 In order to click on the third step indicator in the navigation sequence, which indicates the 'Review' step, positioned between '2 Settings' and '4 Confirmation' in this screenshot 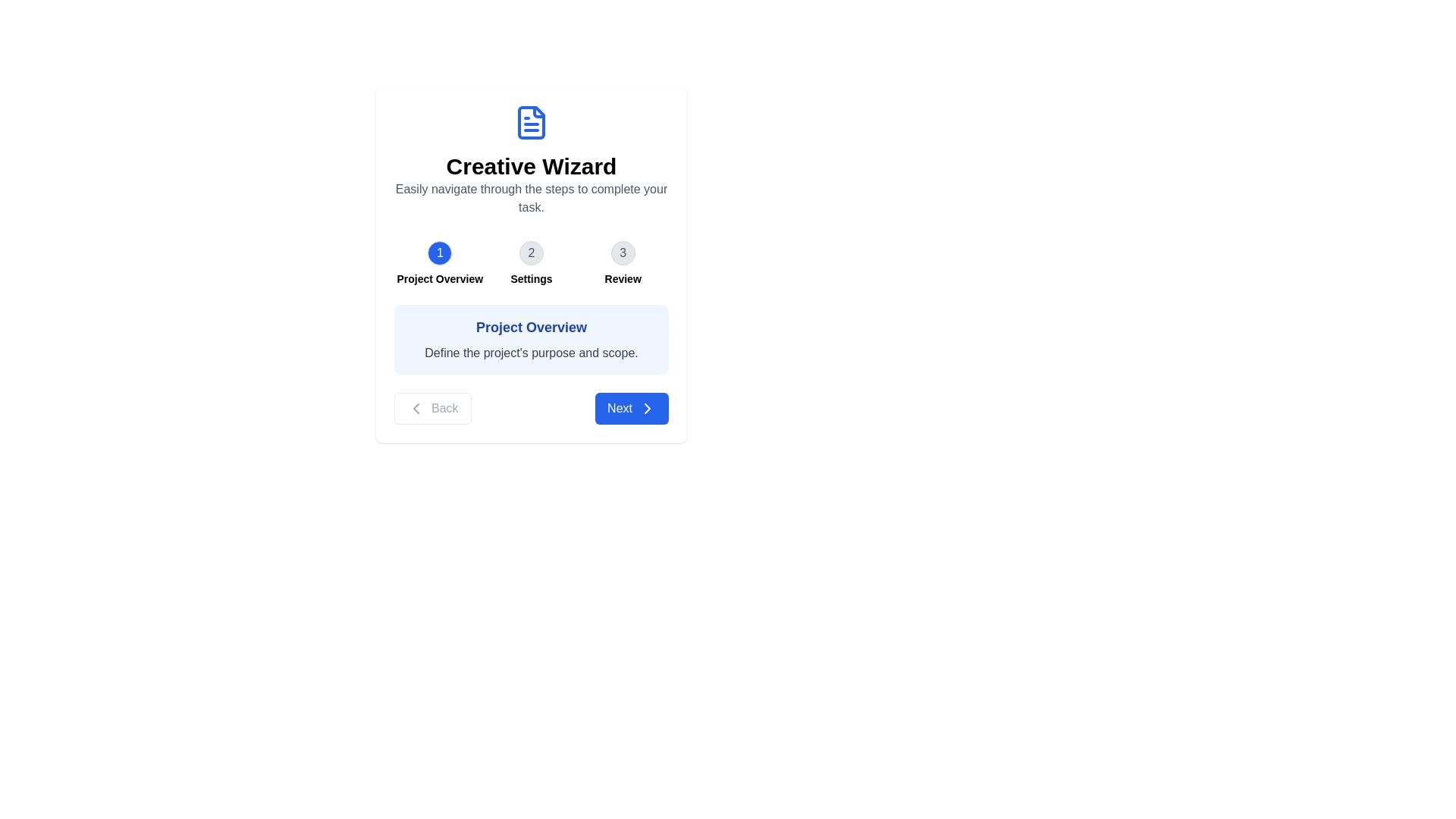, I will do `click(623, 253)`.